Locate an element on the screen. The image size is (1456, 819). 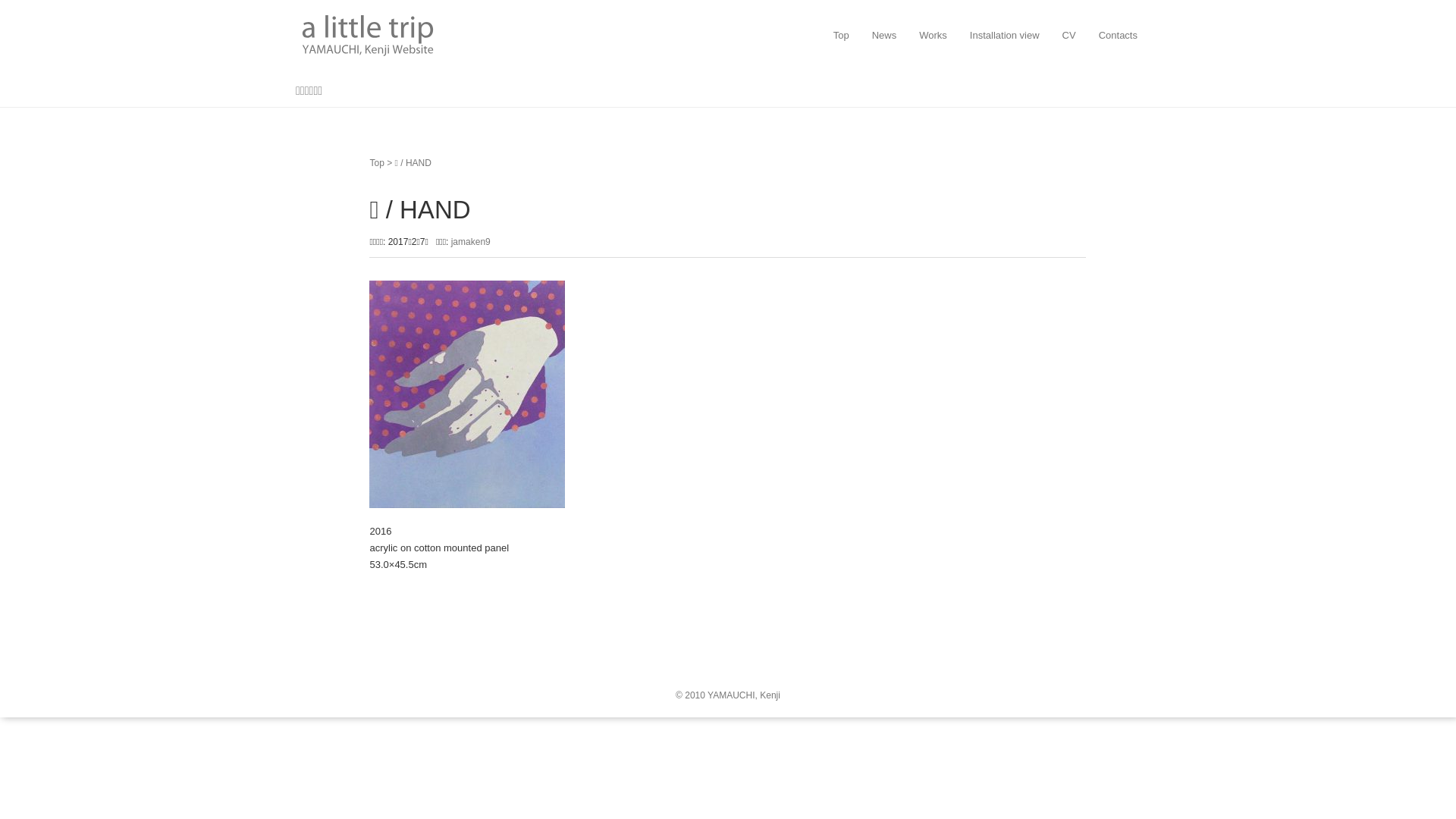
'Top' is located at coordinates (376, 163).